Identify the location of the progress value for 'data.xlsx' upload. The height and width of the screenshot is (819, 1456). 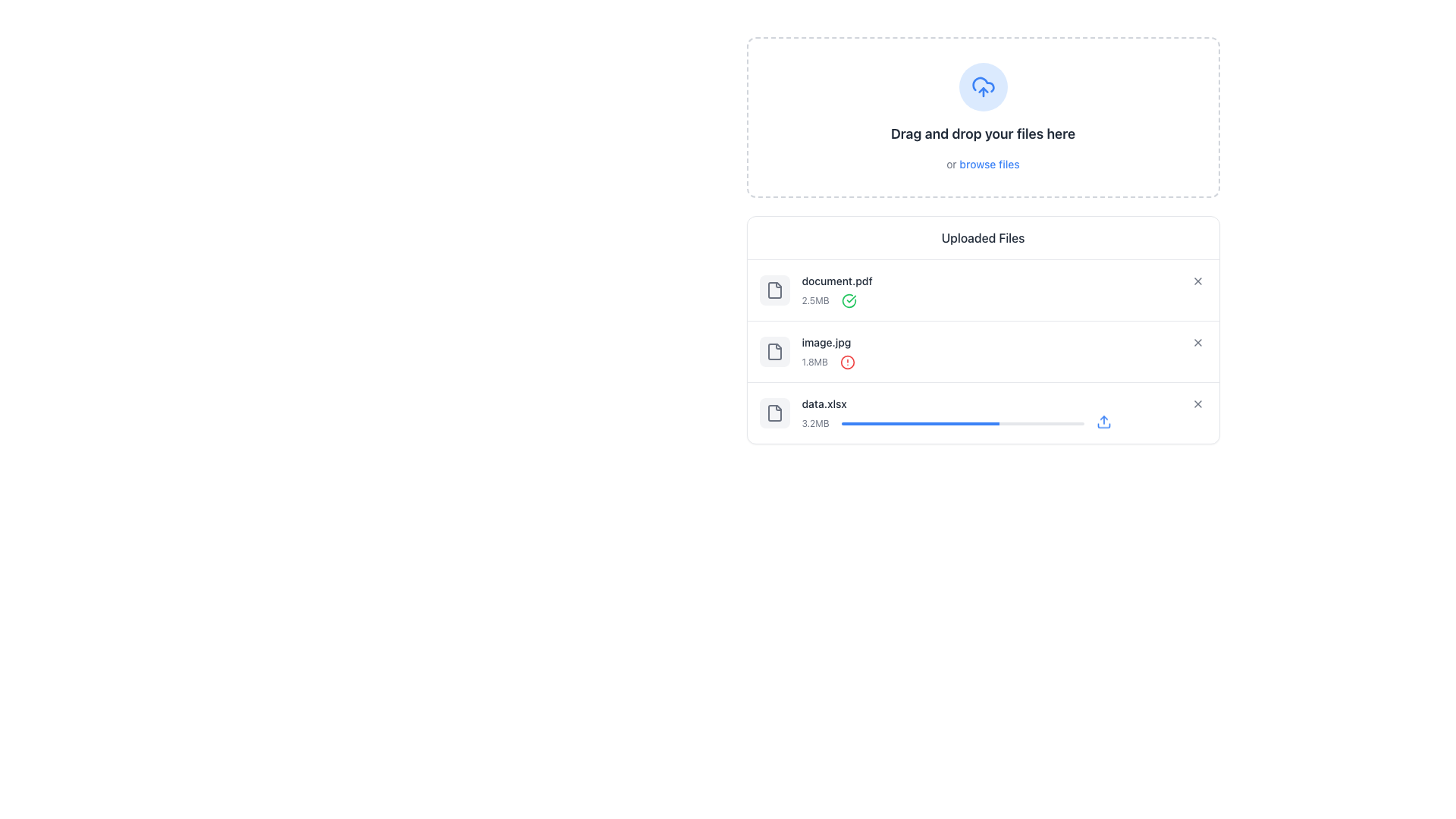
(868, 424).